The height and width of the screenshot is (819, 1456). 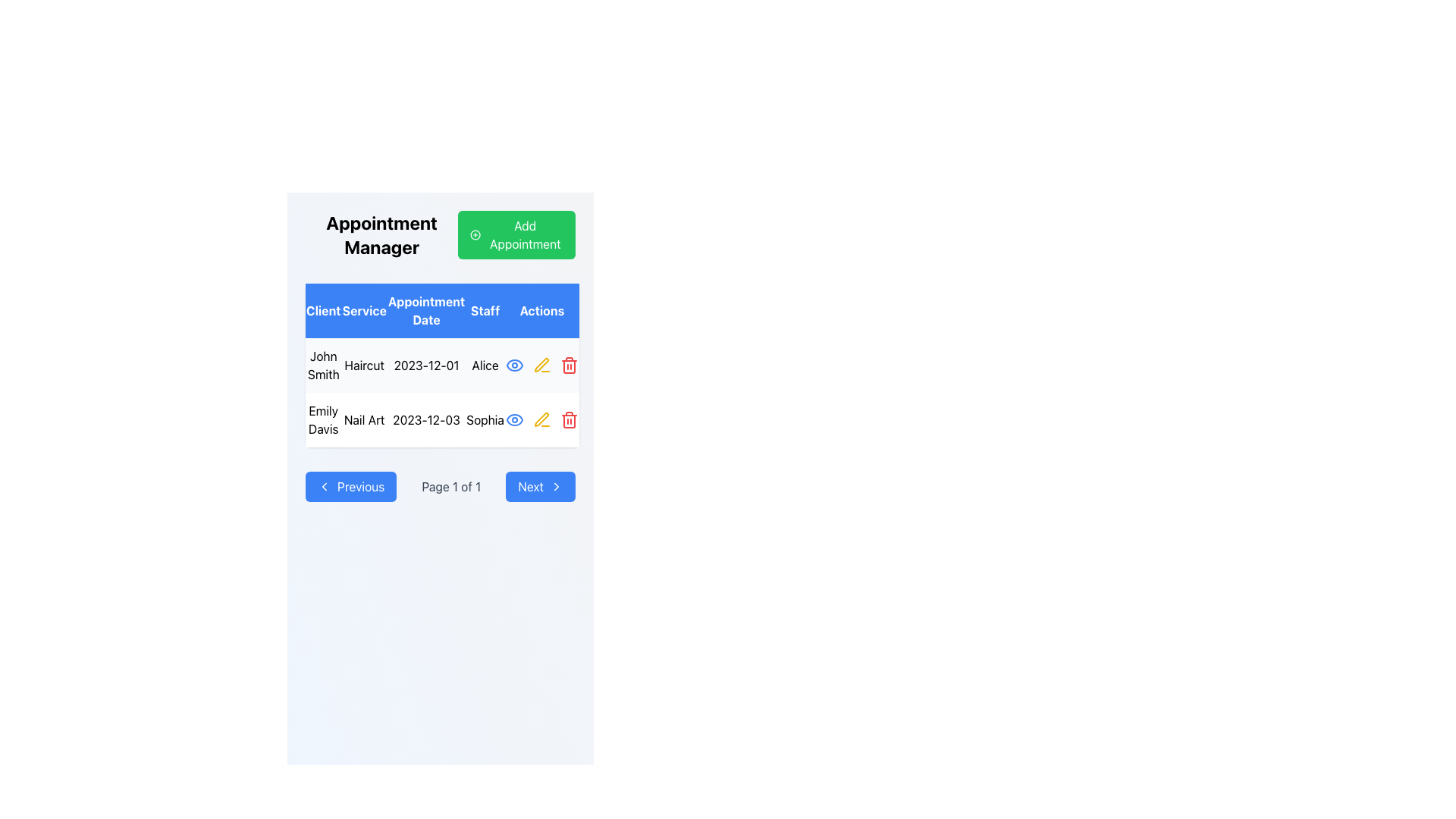 I want to click on the pencil-shaped icon with a yellow outline in the 'Actions' column next to 'Emily Davis', so click(x=541, y=365).